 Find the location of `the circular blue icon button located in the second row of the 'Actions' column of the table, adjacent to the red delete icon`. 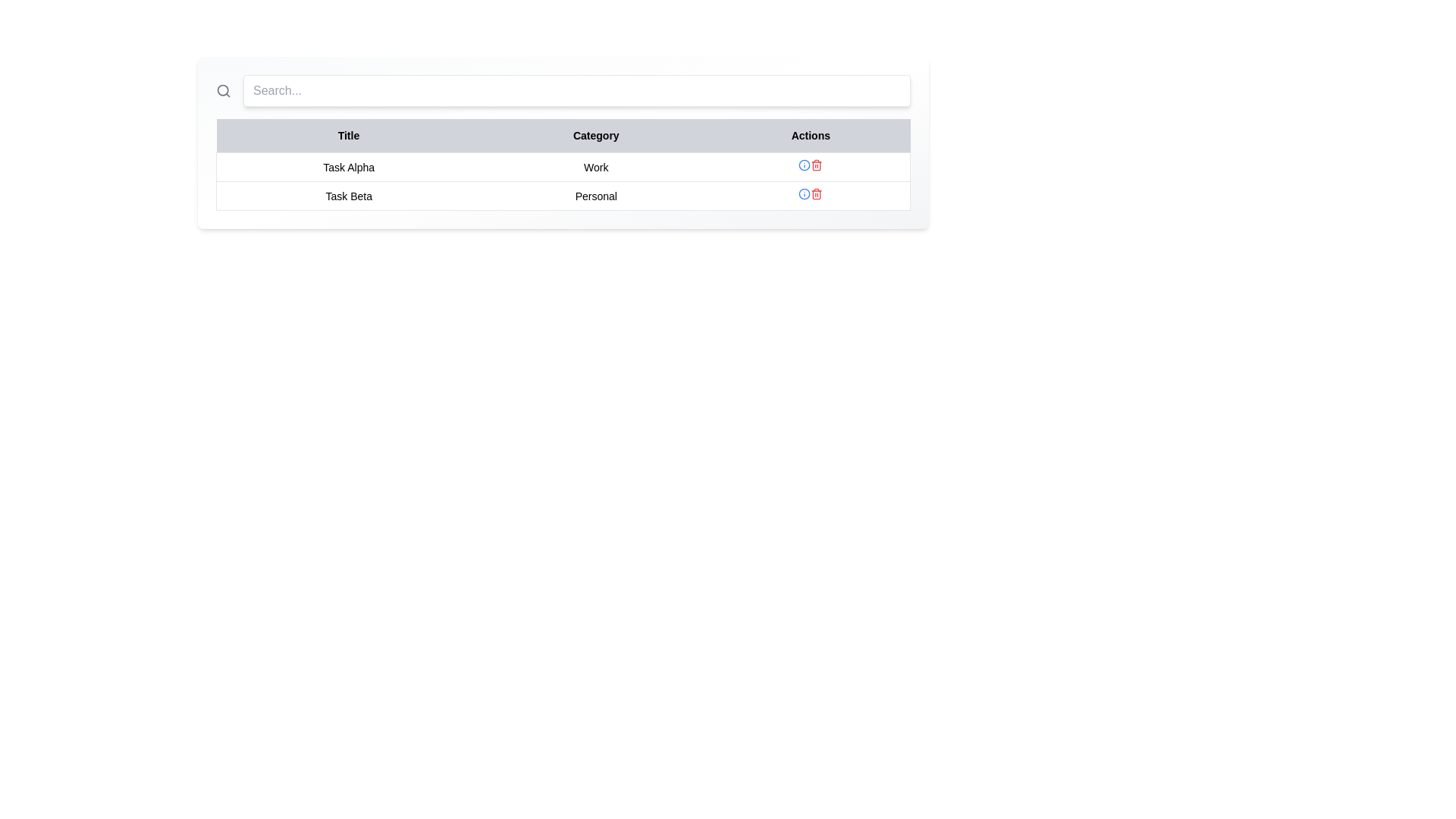

the circular blue icon button located in the second row of the 'Actions' column of the table, adjacent to the red delete icon is located at coordinates (804, 165).